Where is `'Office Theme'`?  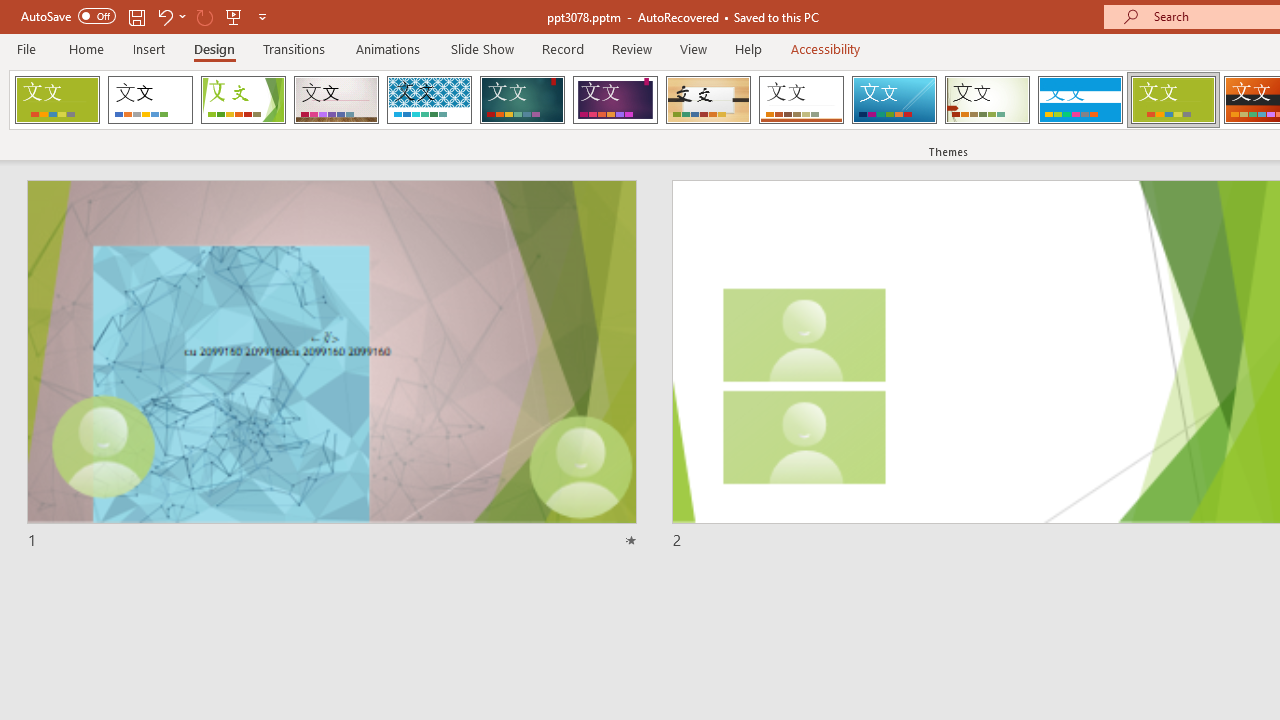 'Office Theme' is located at coordinates (149, 100).